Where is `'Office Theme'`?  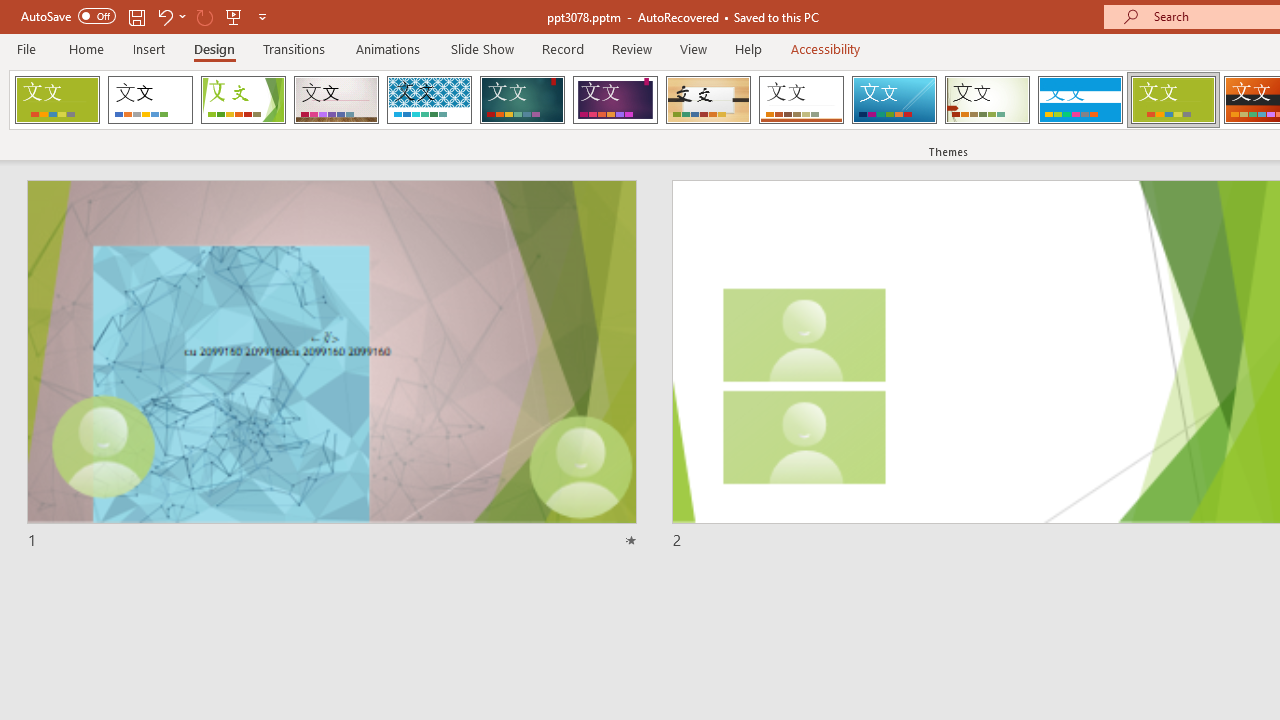 'Office Theme' is located at coordinates (149, 100).